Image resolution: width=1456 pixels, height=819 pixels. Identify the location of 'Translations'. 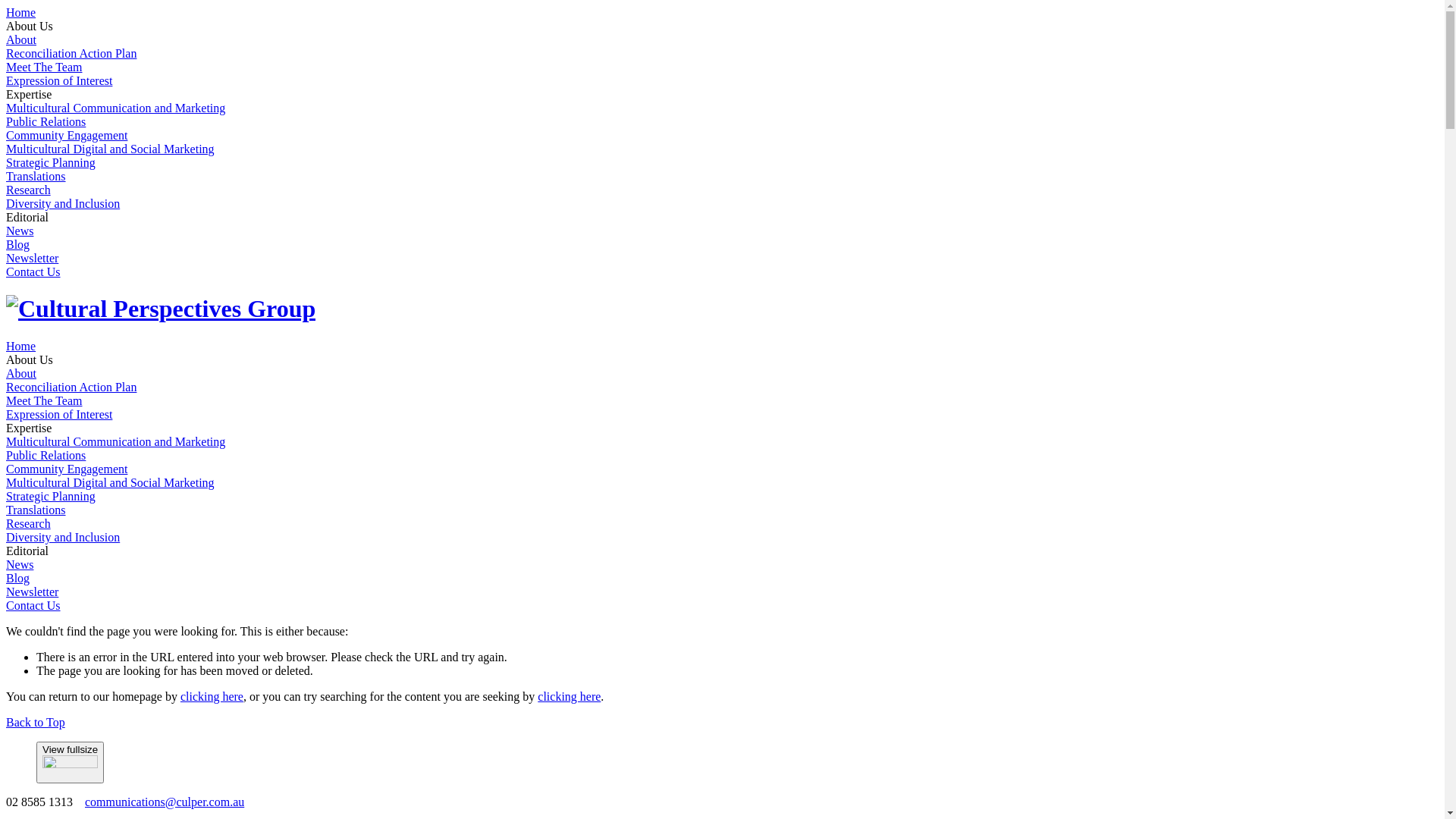
(36, 510).